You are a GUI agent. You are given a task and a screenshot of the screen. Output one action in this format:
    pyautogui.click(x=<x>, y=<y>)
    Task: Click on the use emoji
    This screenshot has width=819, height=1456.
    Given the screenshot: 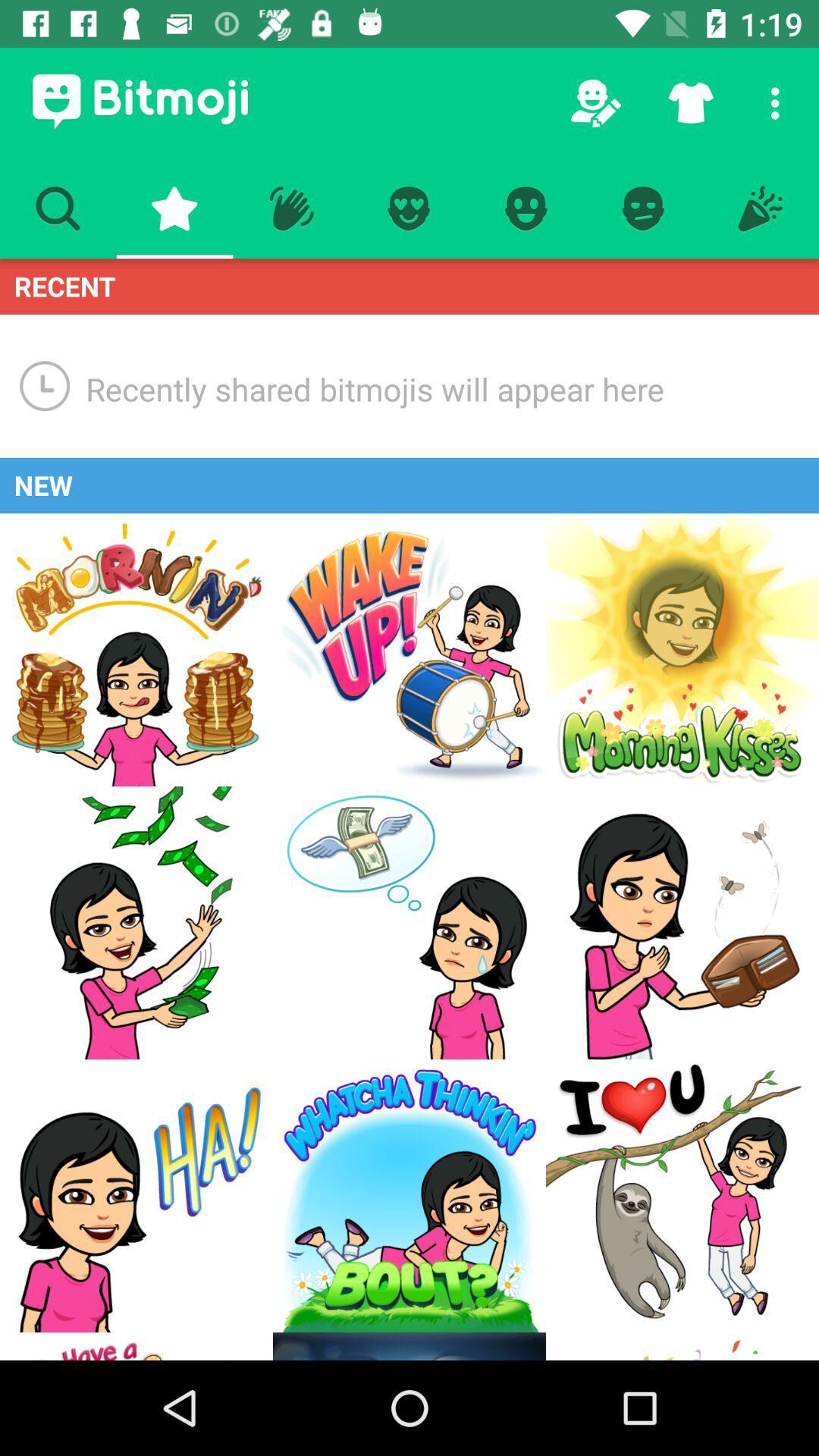 What is the action you would take?
    pyautogui.click(x=409, y=1195)
    